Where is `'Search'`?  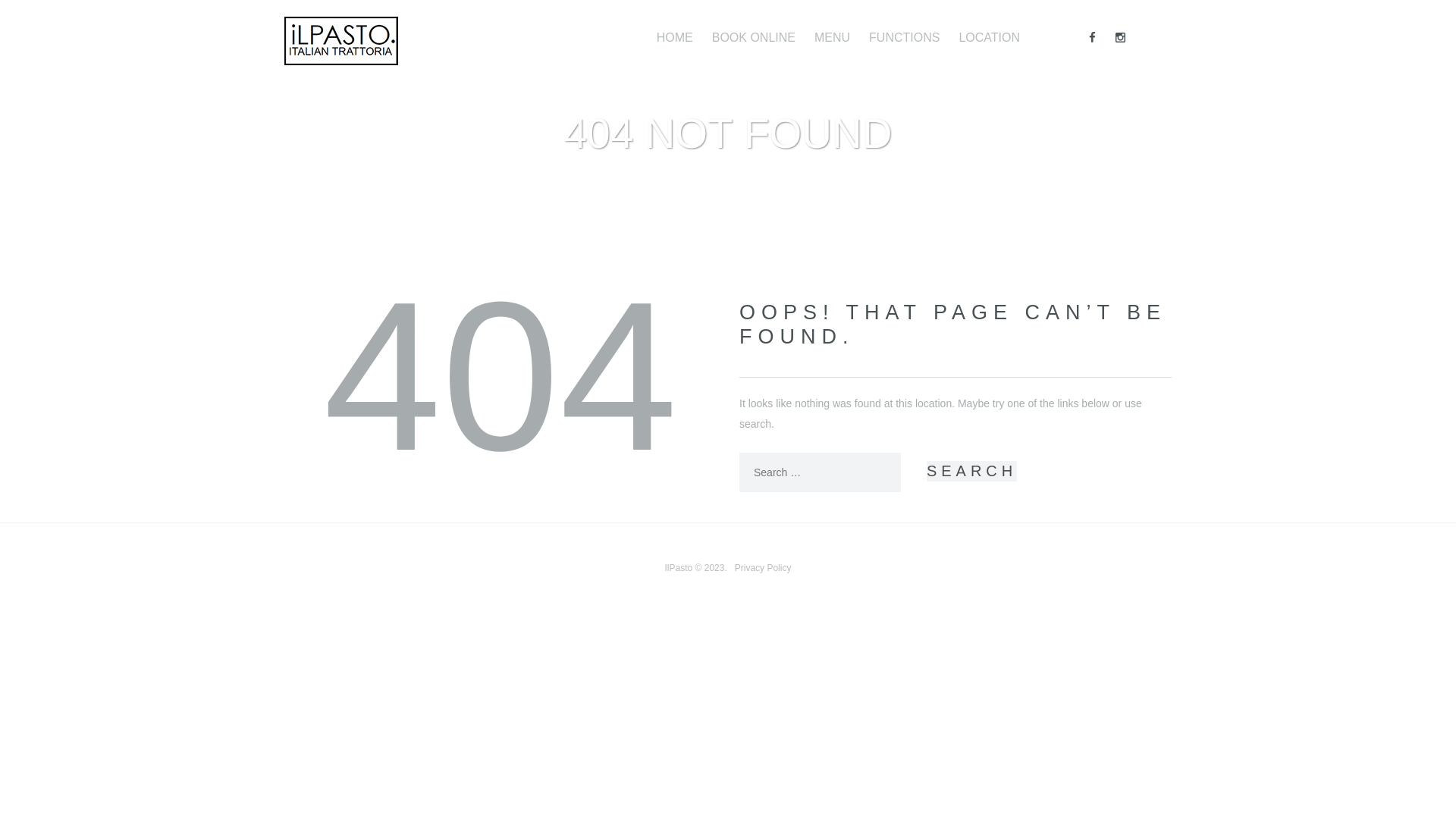
'Search' is located at coordinates (971, 470).